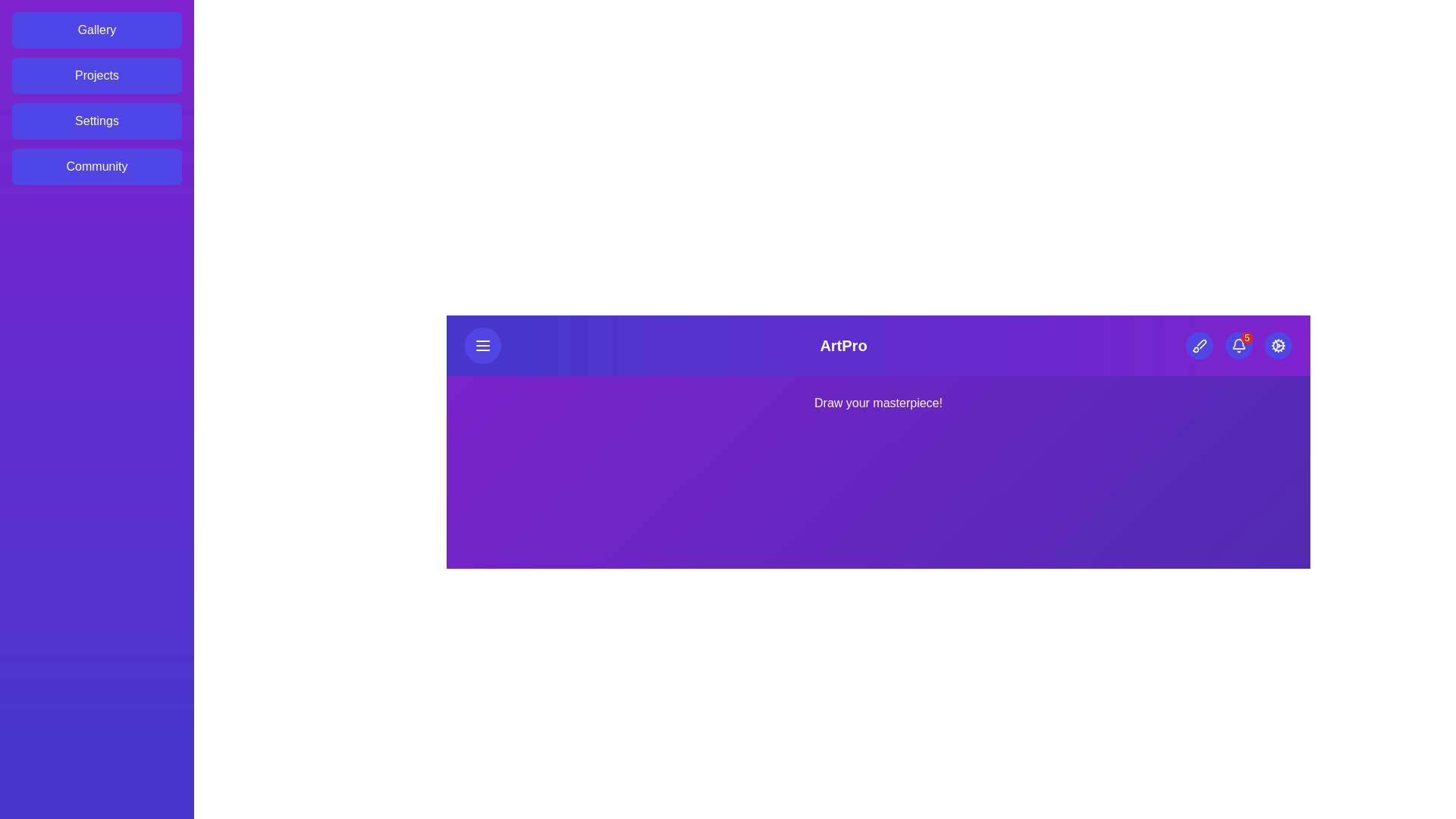  What do you see at coordinates (1238, 345) in the screenshot?
I see `the toolbar button notifications` at bounding box center [1238, 345].